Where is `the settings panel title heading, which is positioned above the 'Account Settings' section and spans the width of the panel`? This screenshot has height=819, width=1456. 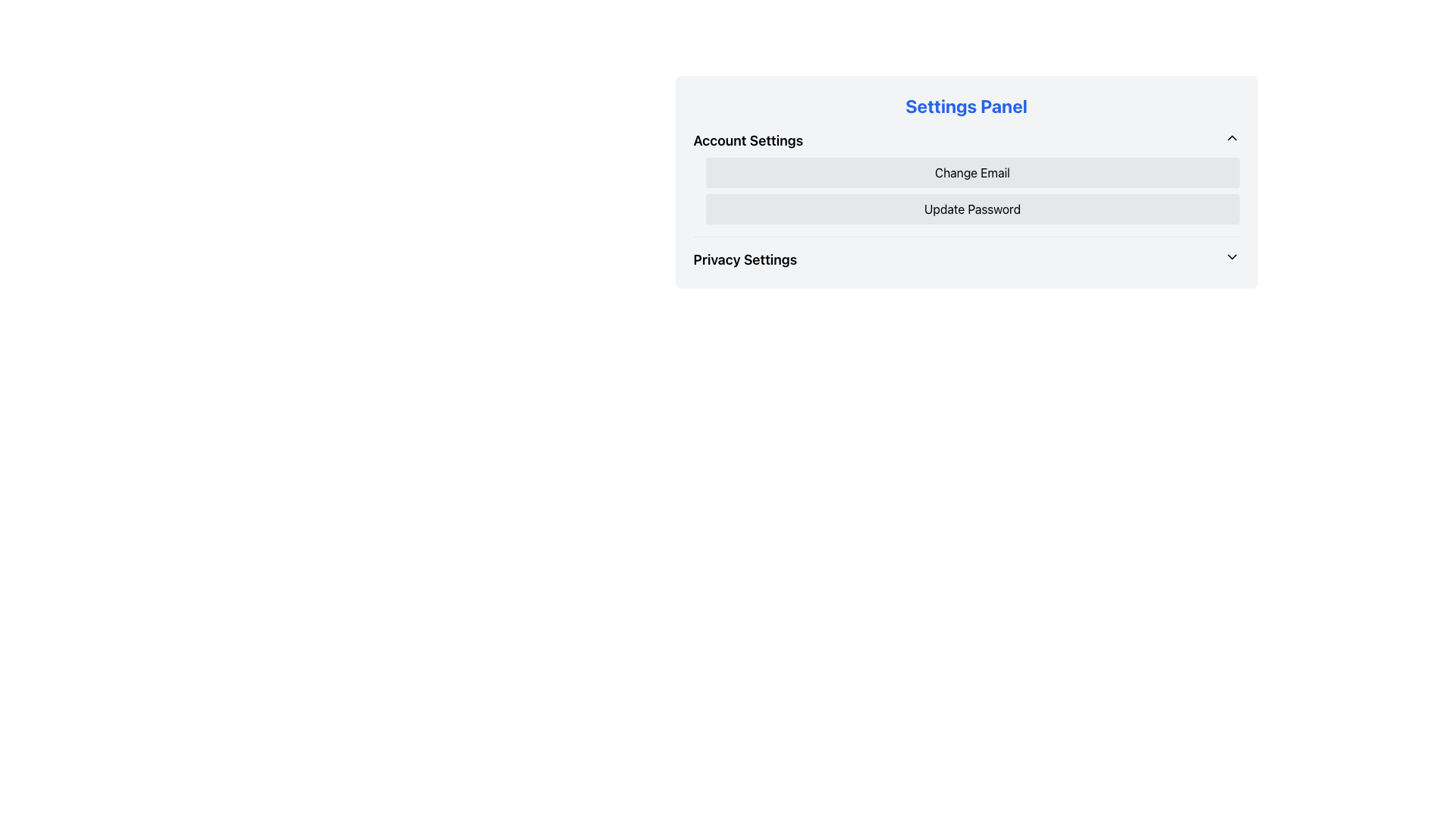
the settings panel title heading, which is positioned above the 'Account Settings' section and spans the width of the panel is located at coordinates (965, 105).